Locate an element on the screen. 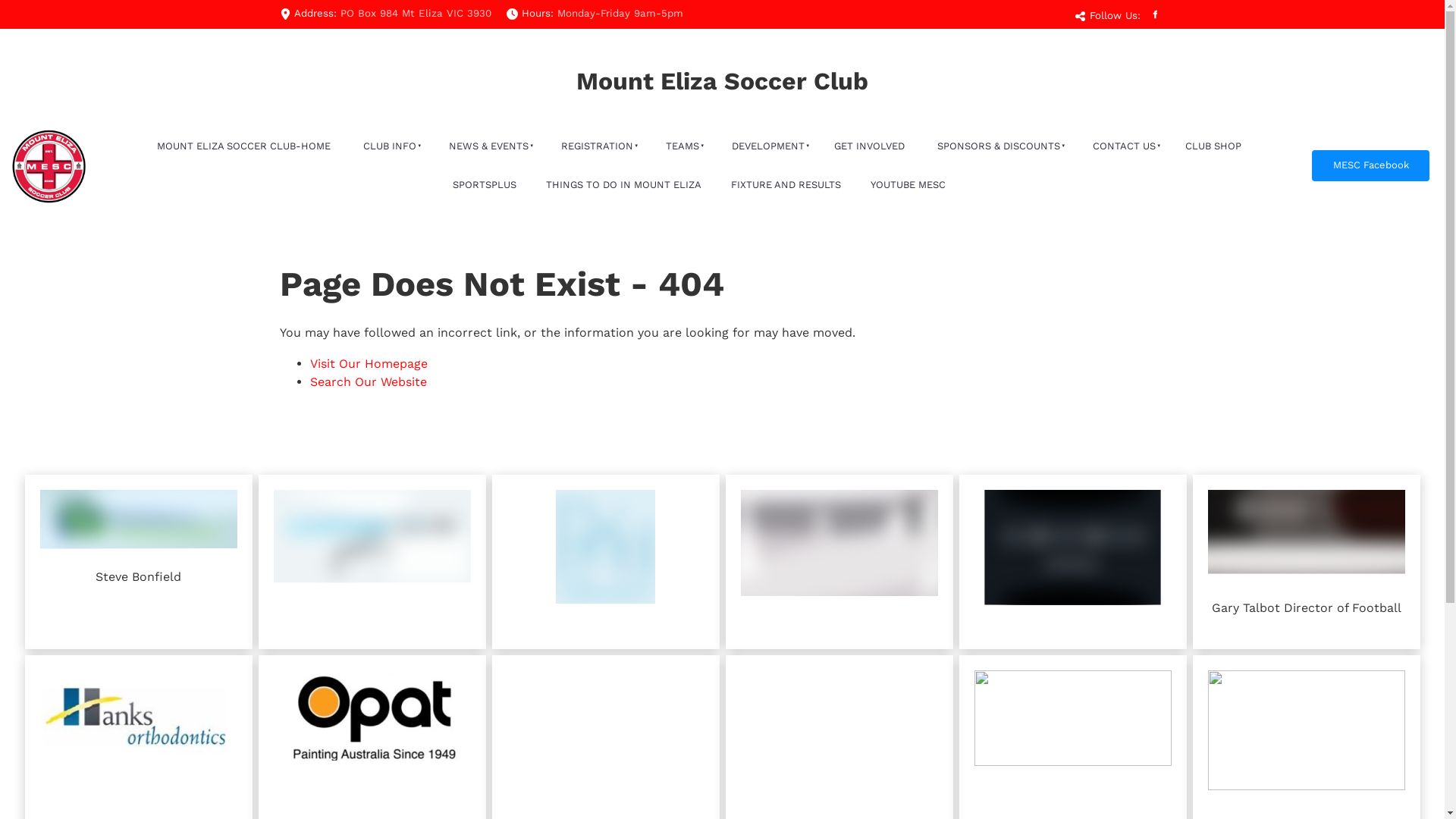  'THINGS TO DO IN MOUNT ELIZA' is located at coordinates (623, 184).